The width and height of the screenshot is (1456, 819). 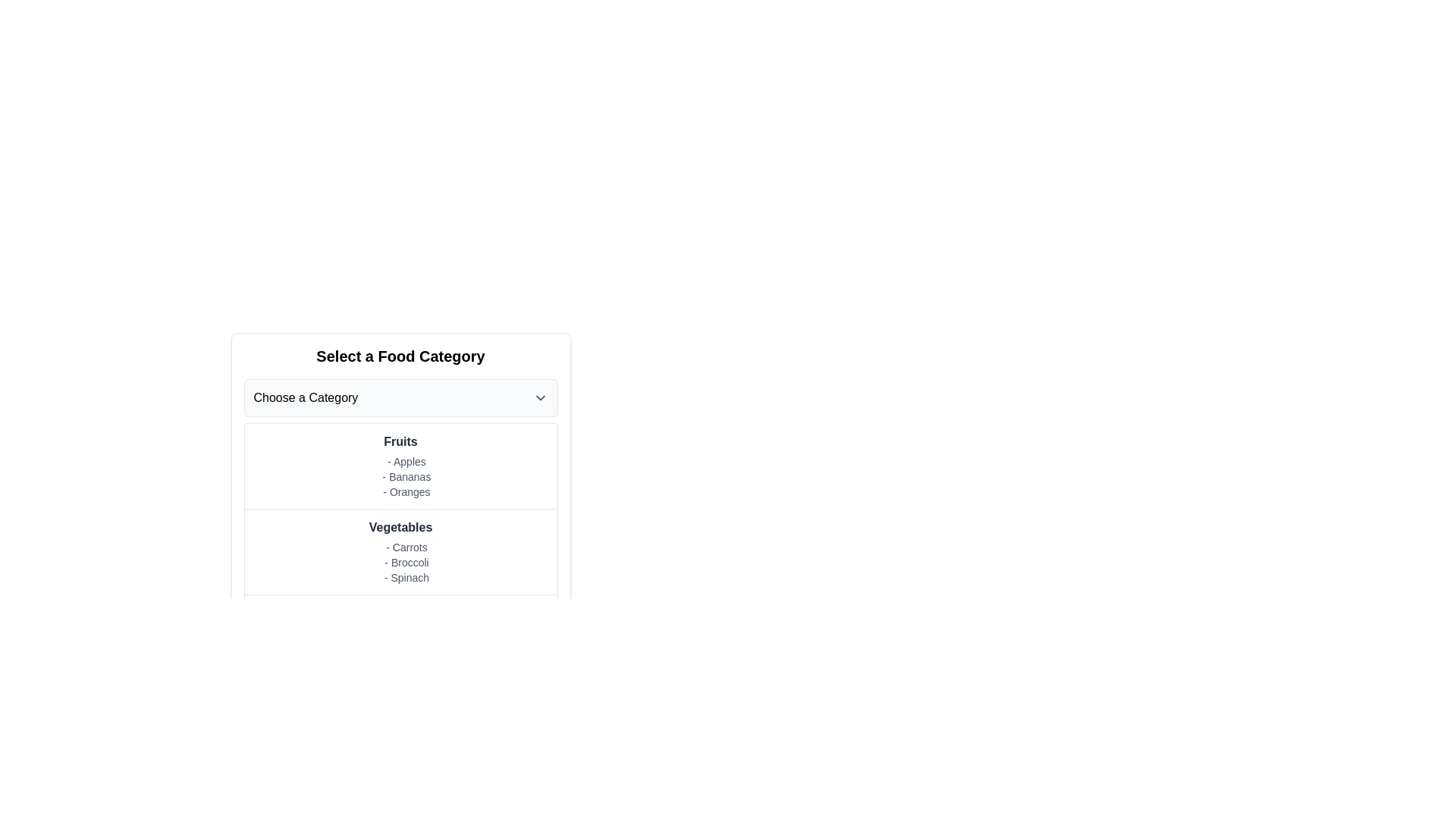 What do you see at coordinates (400, 465) in the screenshot?
I see `the Text Group labeled 'Fruits' which contains the list of items 'Apples', 'Bananas', and 'Oranges'` at bounding box center [400, 465].